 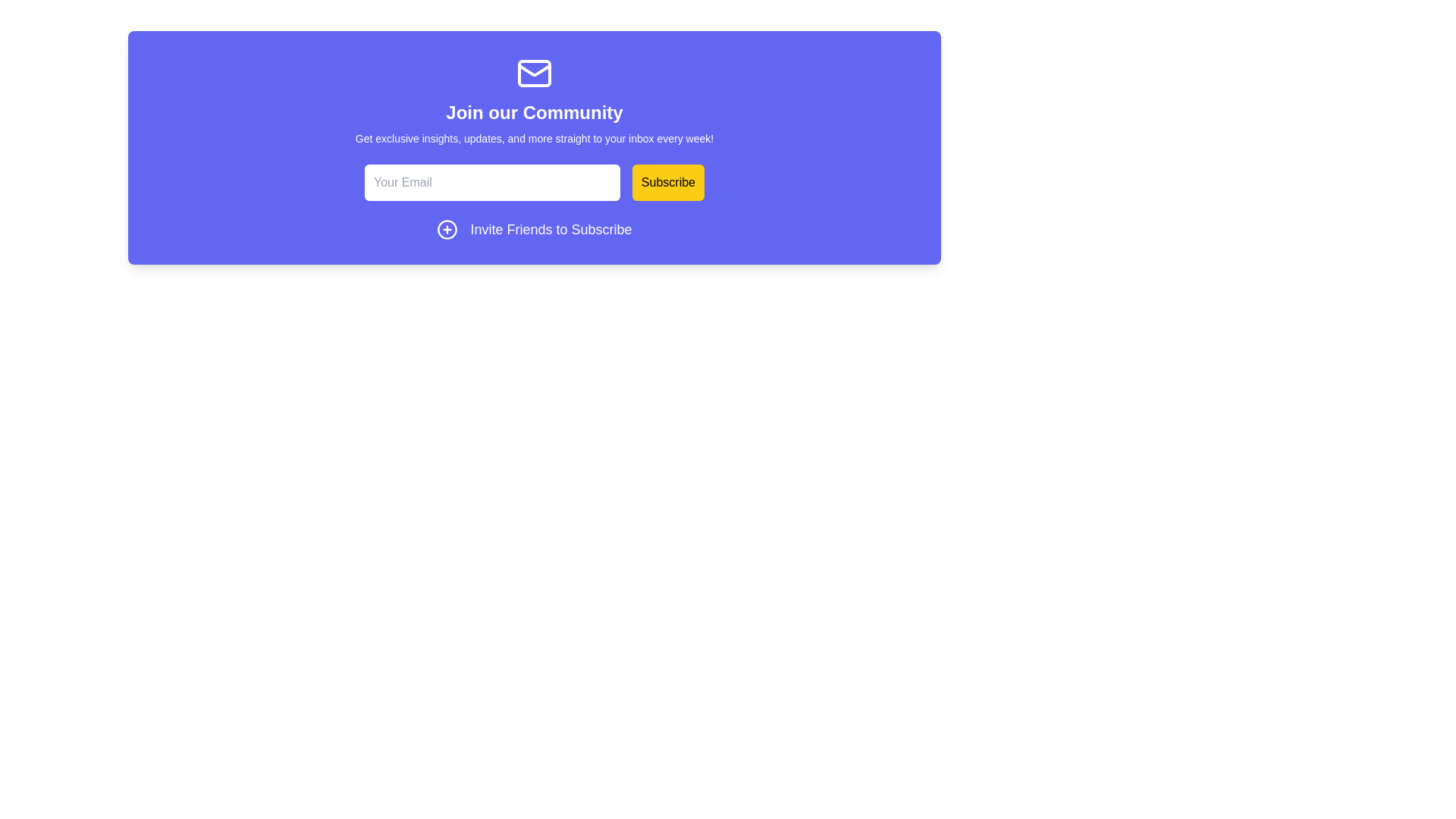 What do you see at coordinates (535, 73) in the screenshot?
I see `the SVG graphical element that resembles an envelope with a purple background and a white triangular area, located above the text 'Join our Community'` at bounding box center [535, 73].